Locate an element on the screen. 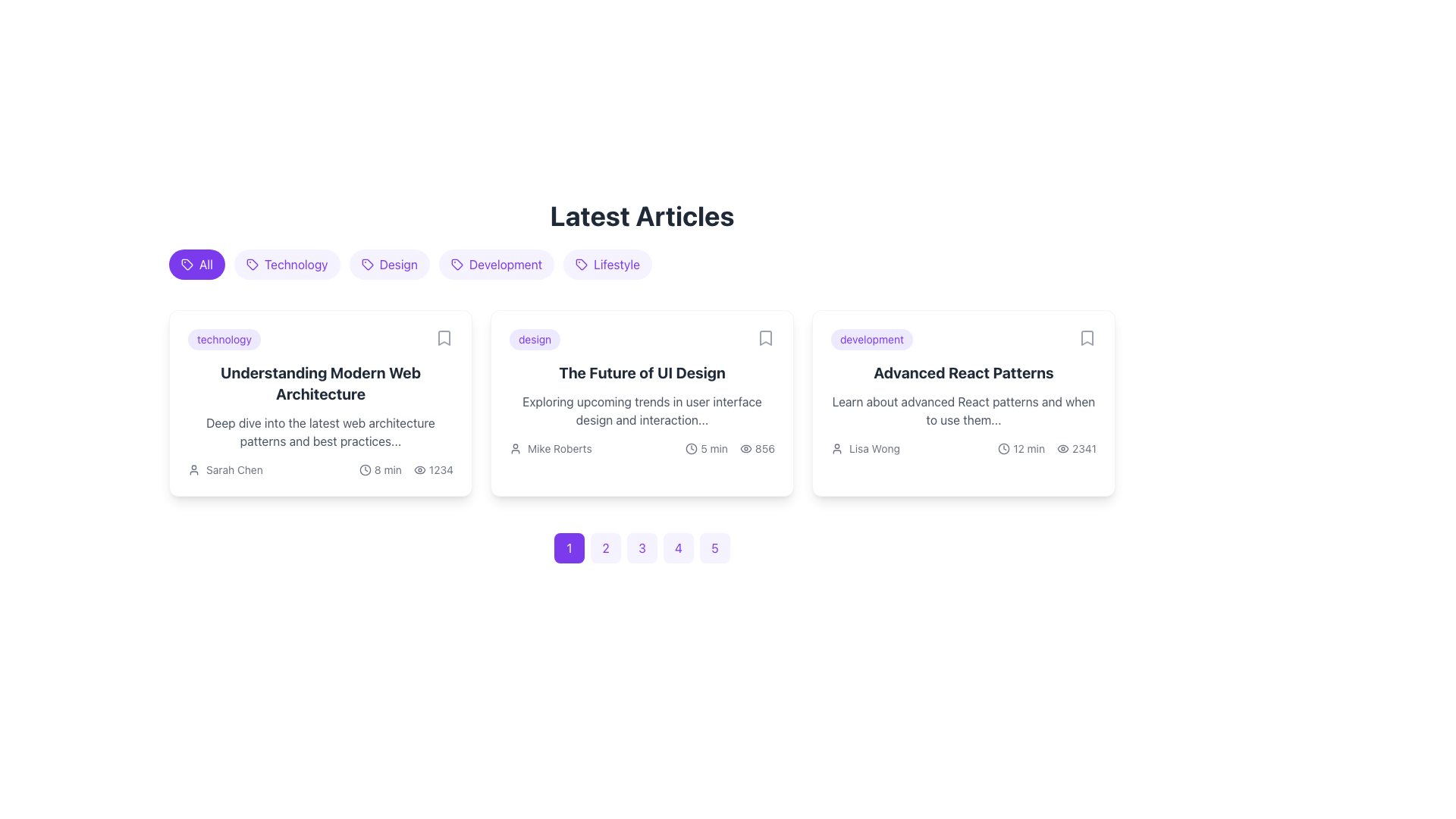  the circular button displaying the number '4' with a light violet background is located at coordinates (677, 548).